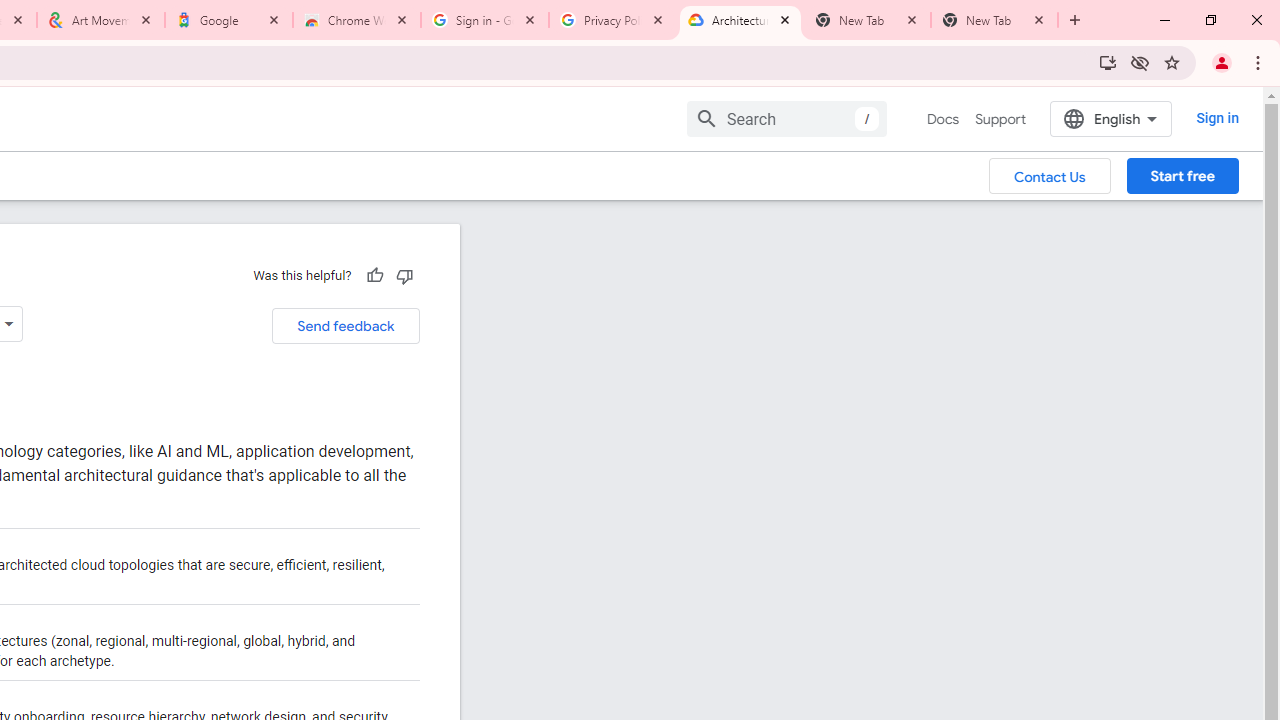 This screenshot has height=720, width=1280. I want to click on 'Chrome Web Store - Color themes by Chrome', so click(357, 20).